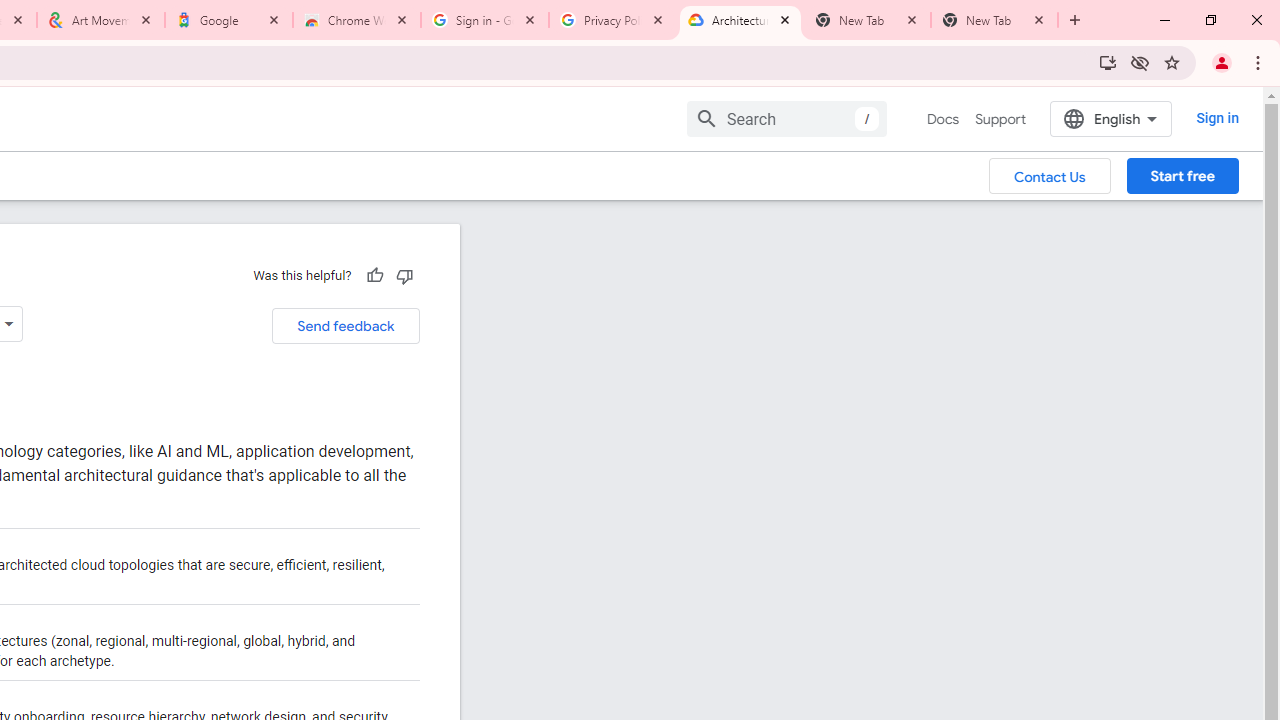 This screenshot has height=720, width=1280. I want to click on 'Chrome Web Store - Color themes by Chrome', so click(357, 20).